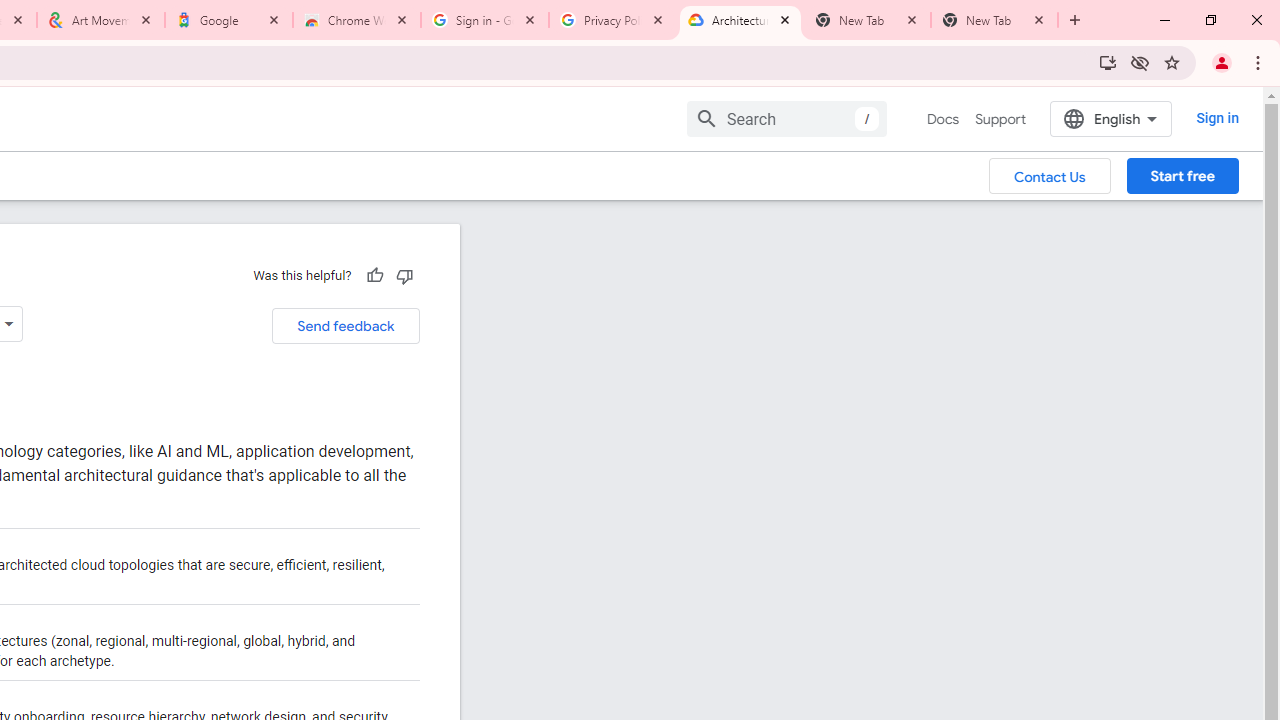 This screenshot has height=720, width=1280. I want to click on 'Chrome Web Store - Color themes by Chrome', so click(357, 20).